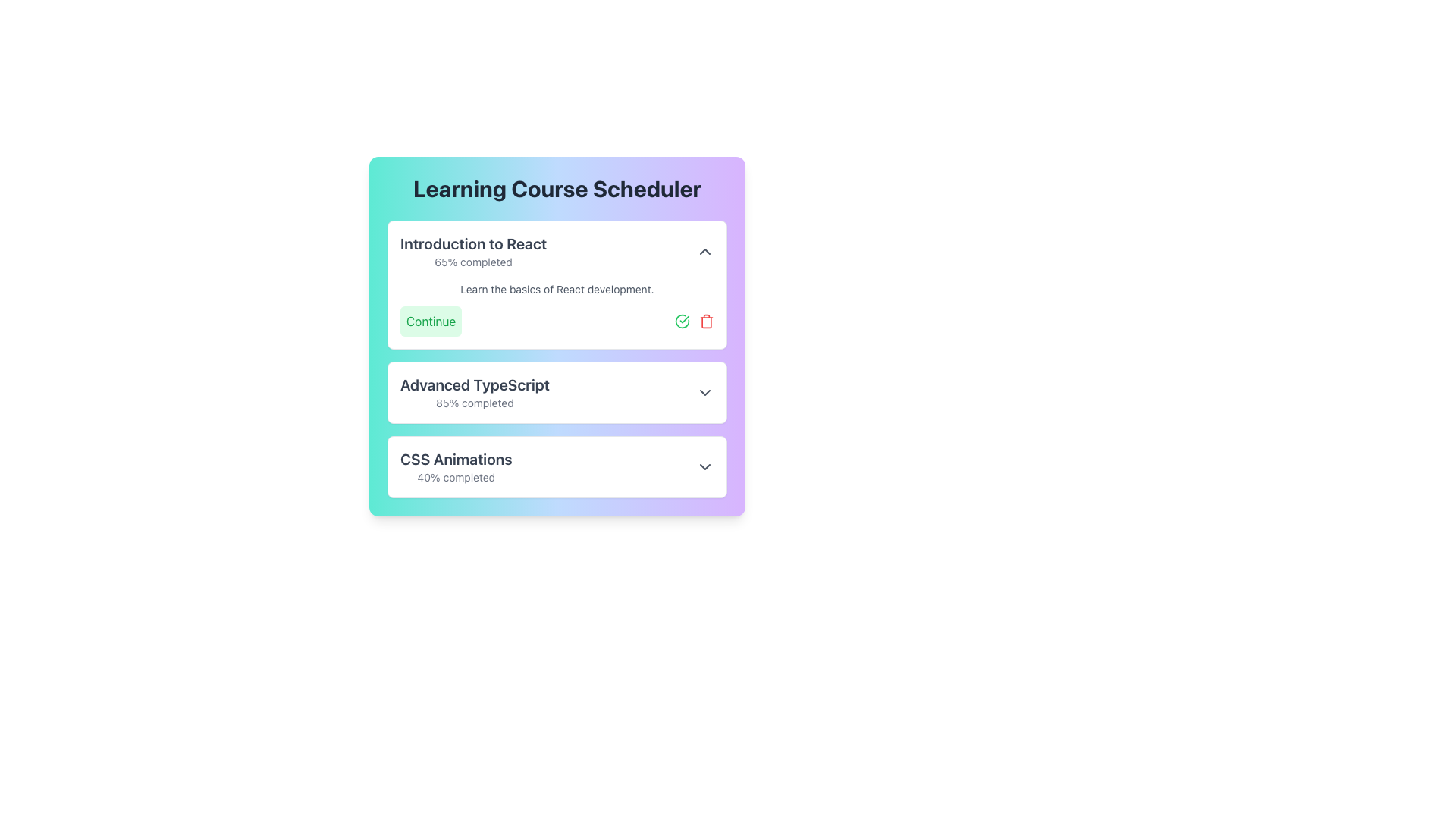 This screenshot has height=819, width=1456. Describe the element at coordinates (455, 466) in the screenshot. I see `the text display element that shows the title and completion status of the 'CSS Animations' course, located beneath the 'Advanced TypeScript' section in the 'Learning Course Scheduler' card` at that location.